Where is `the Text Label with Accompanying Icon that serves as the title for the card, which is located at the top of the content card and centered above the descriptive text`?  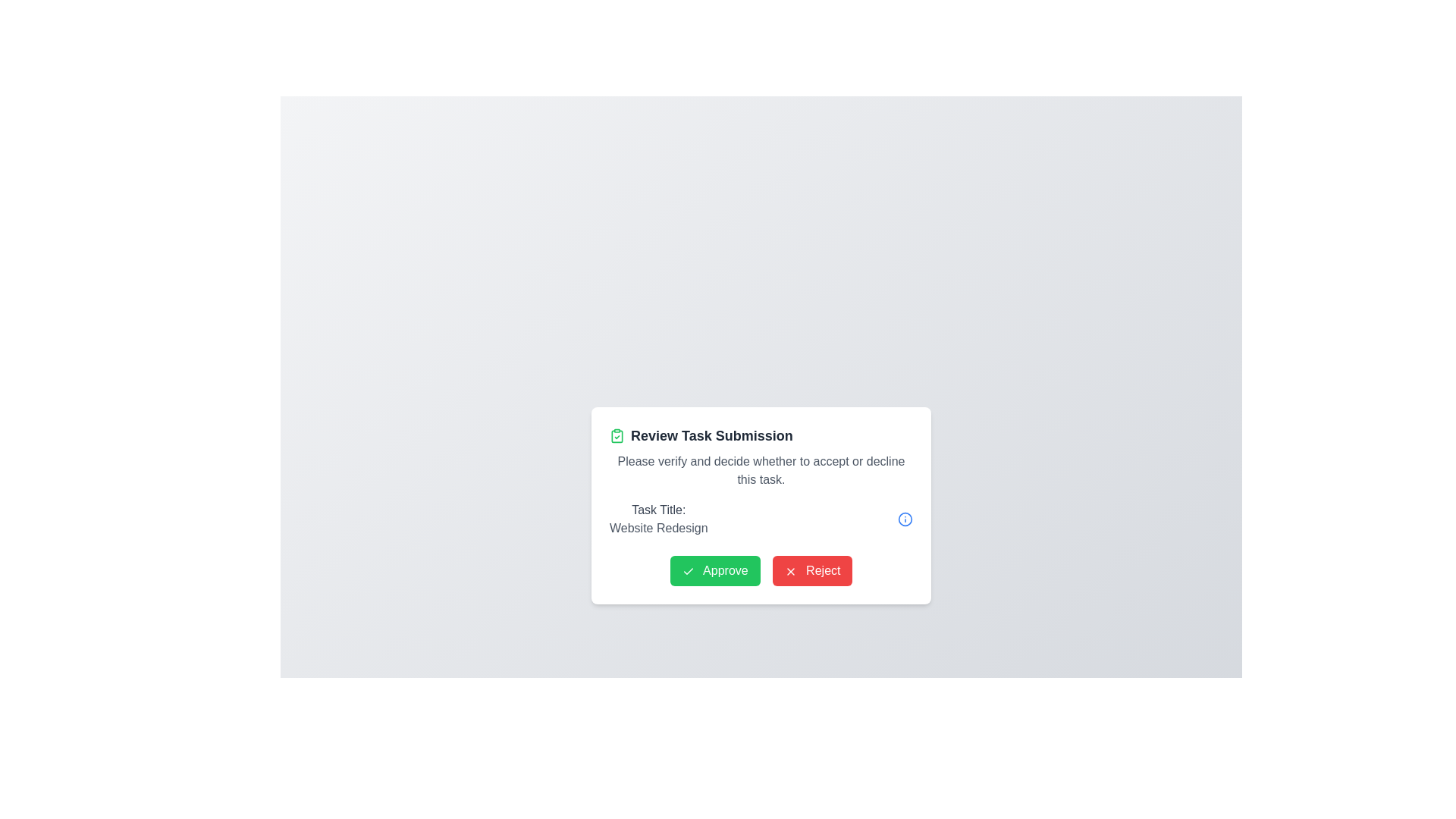 the Text Label with Accompanying Icon that serves as the title for the card, which is located at the top of the content card and centered above the descriptive text is located at coordinates (761, 435).